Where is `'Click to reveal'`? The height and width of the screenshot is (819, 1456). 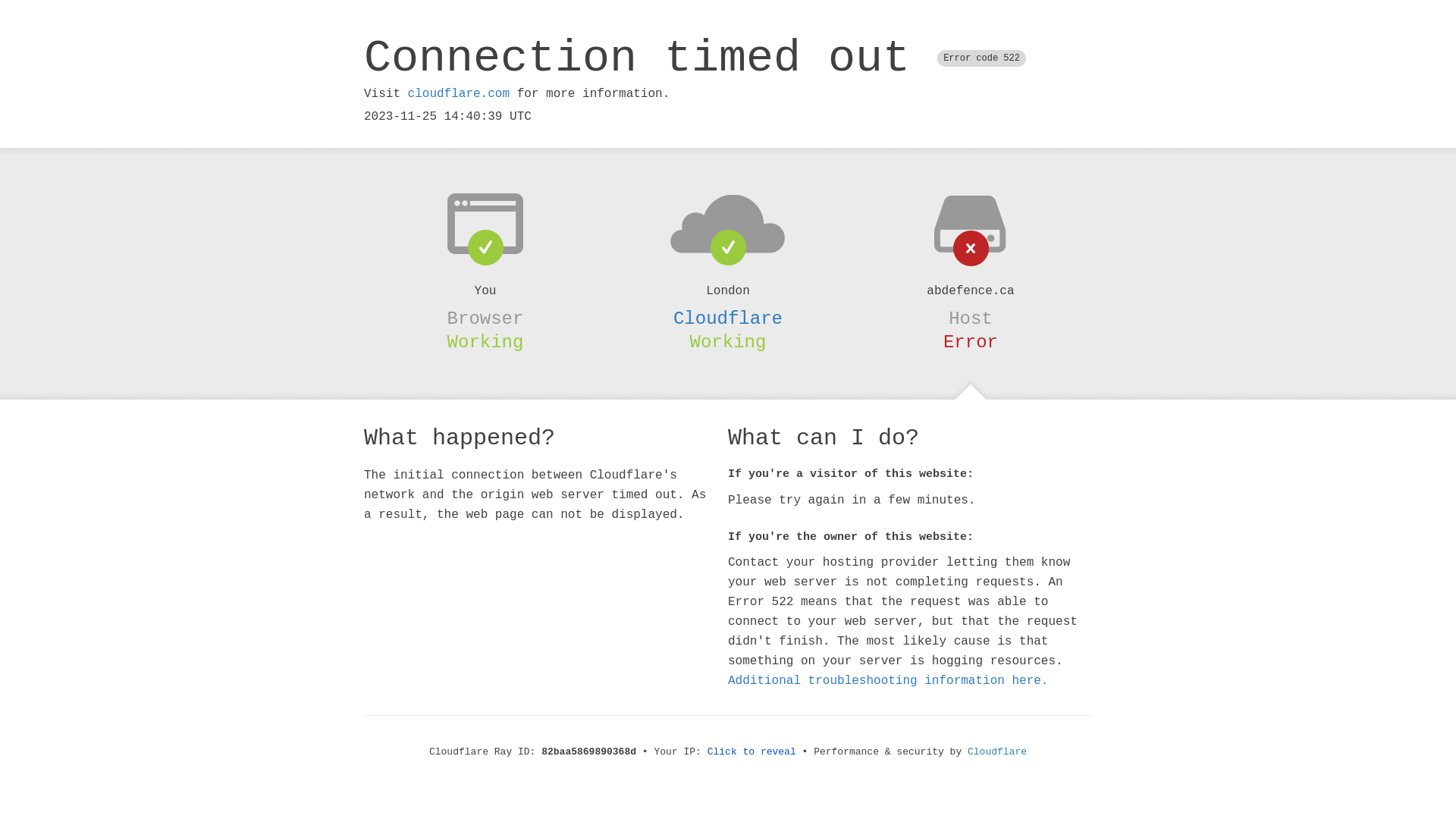
'Click to reveal' is located at coordinates (752, 752).